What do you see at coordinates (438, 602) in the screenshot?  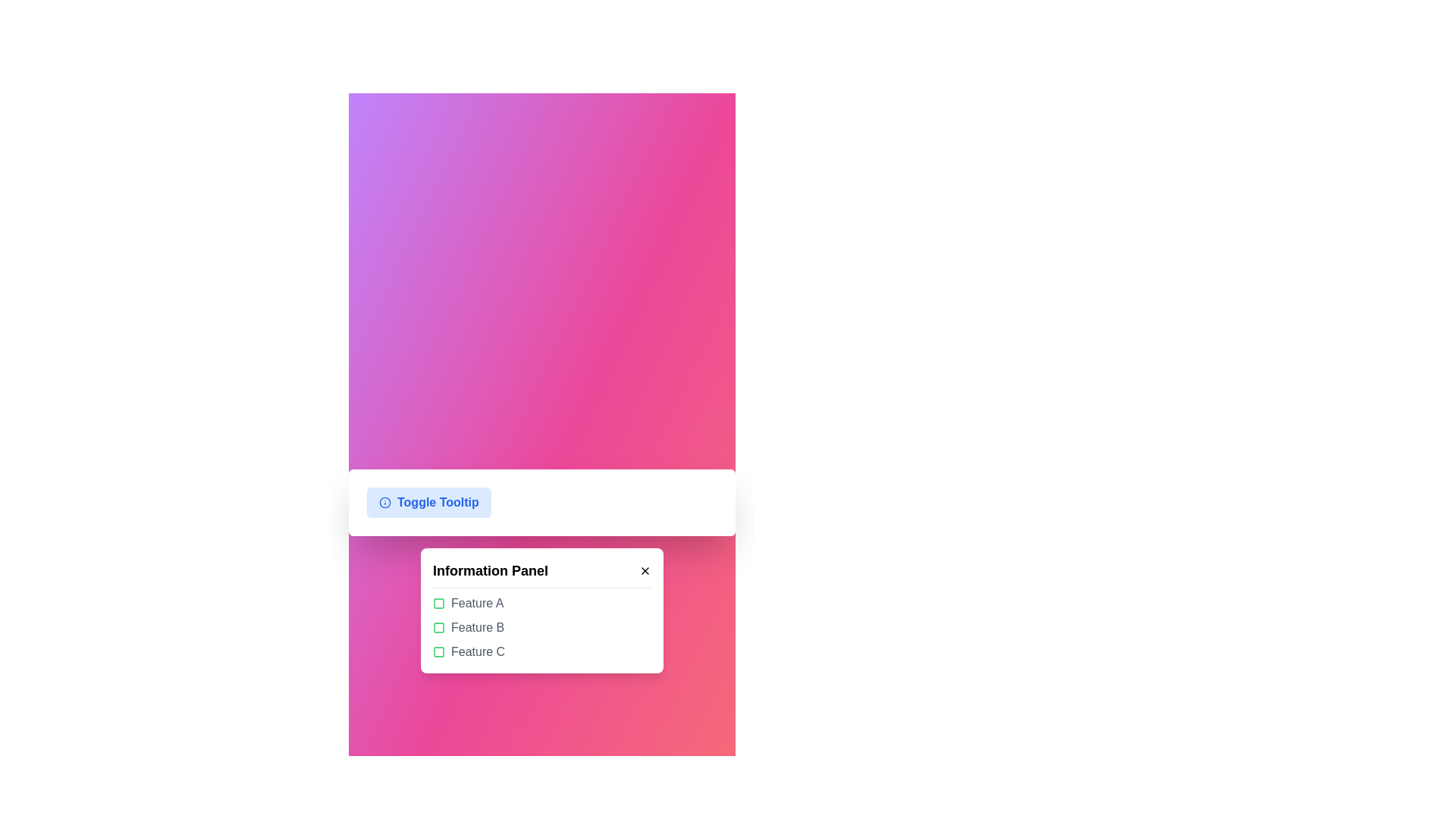 I see `the central SVG rectangle icon that is part of the interface below the 'Information Panel' title and adjacent to the 'Feature A' label` at bounding box center [438, 602].